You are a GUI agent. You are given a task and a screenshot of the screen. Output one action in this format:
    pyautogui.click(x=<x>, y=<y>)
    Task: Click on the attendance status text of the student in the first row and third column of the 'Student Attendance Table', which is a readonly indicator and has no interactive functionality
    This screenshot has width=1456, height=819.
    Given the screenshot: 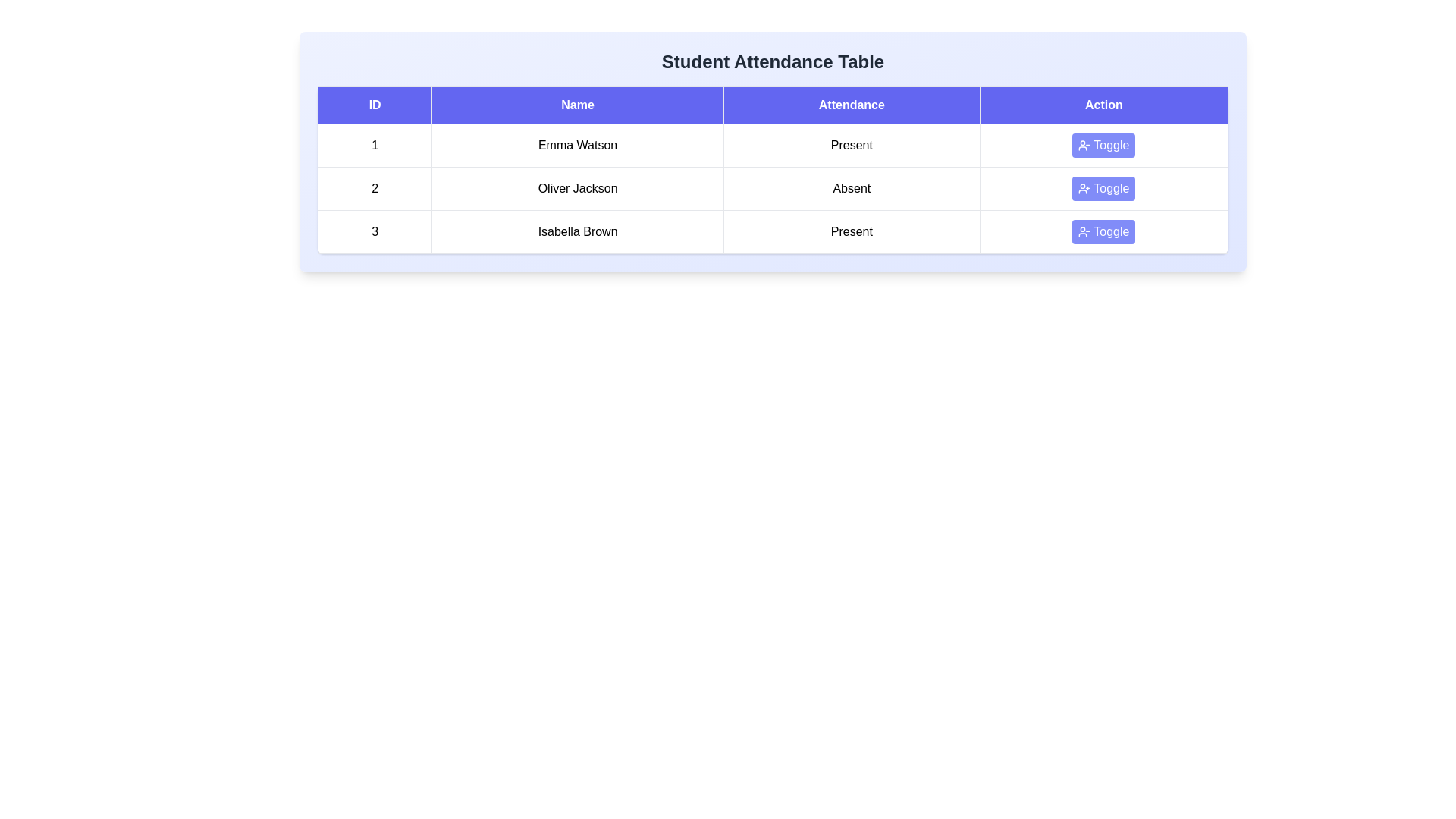 What is the action you would take?
    pyautogui.click(x=852, y=146)
    